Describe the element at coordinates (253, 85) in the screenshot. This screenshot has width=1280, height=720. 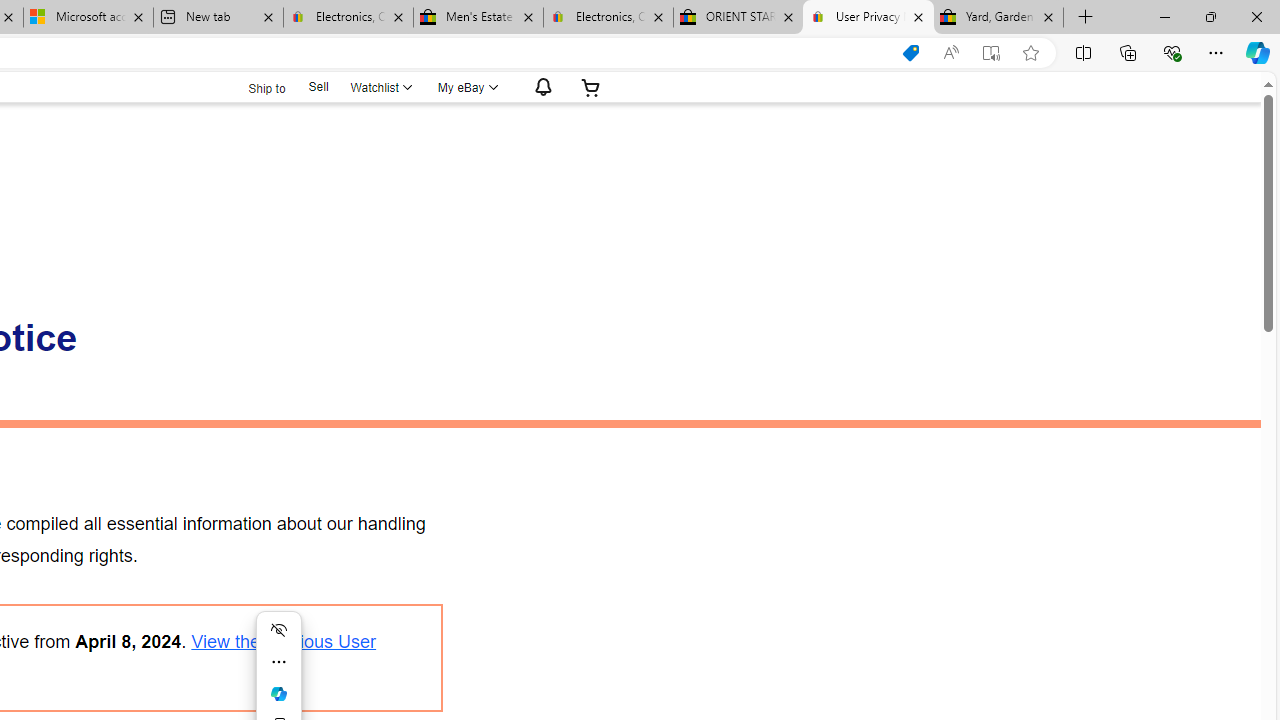
I see `'Ship to'` at that location.